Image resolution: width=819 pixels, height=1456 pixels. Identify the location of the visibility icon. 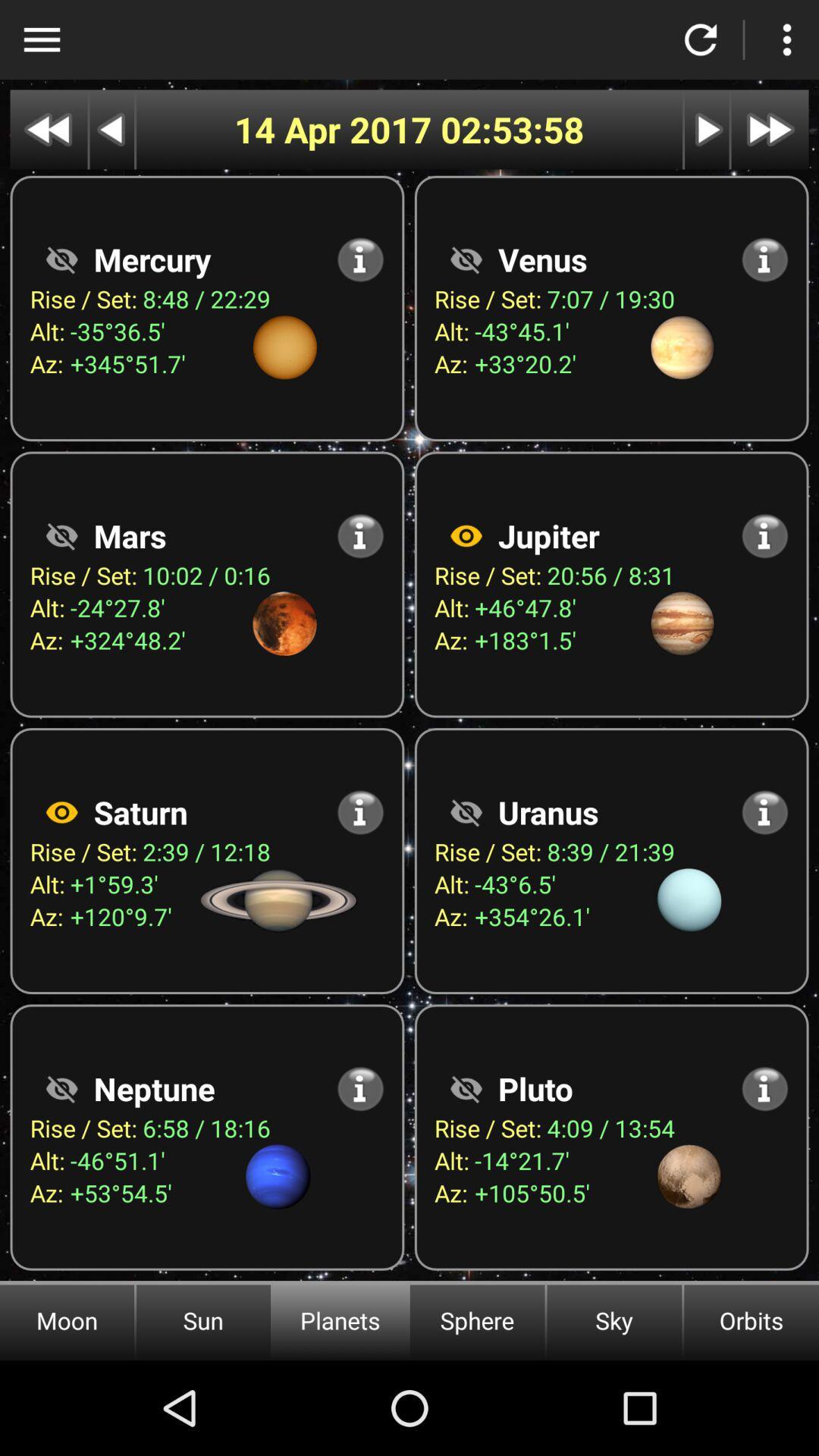
(61, 811).